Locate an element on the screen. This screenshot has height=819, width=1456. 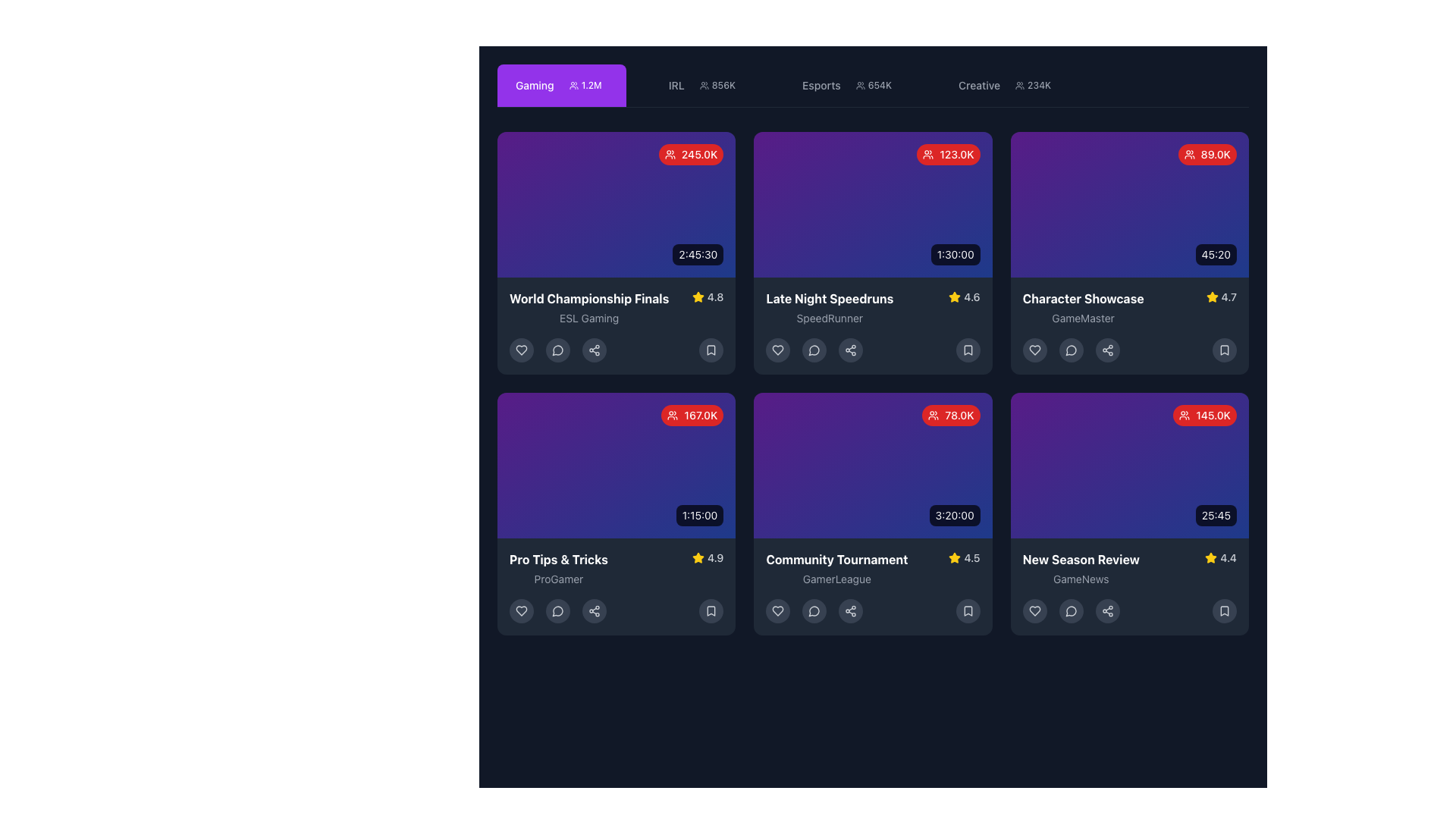
the card with a dark background featuring a red badge displaying '89.0K' in the top-right corner is located at coordinates (1129, 253).